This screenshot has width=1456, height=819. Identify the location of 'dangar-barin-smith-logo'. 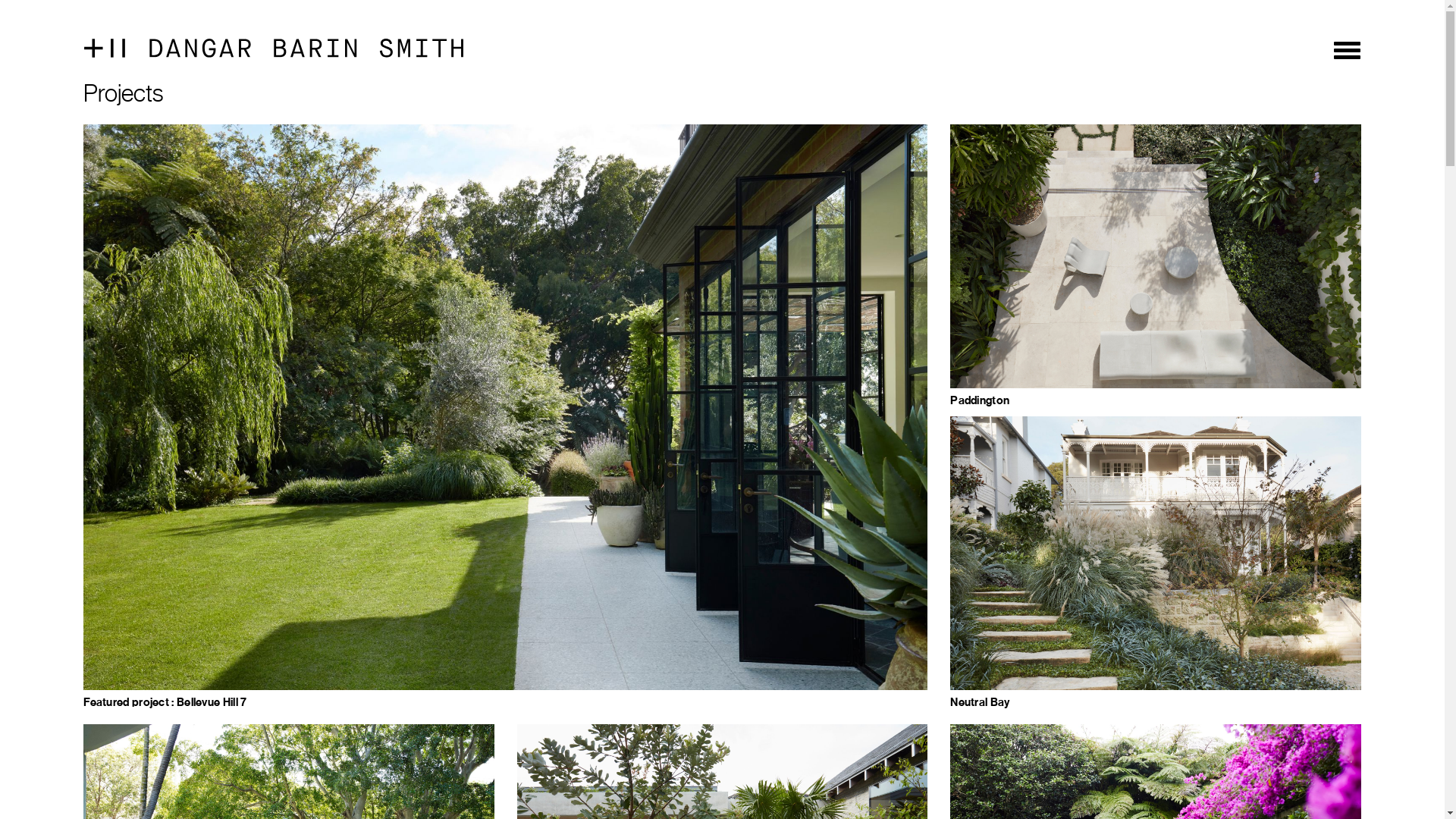
(273, 49).